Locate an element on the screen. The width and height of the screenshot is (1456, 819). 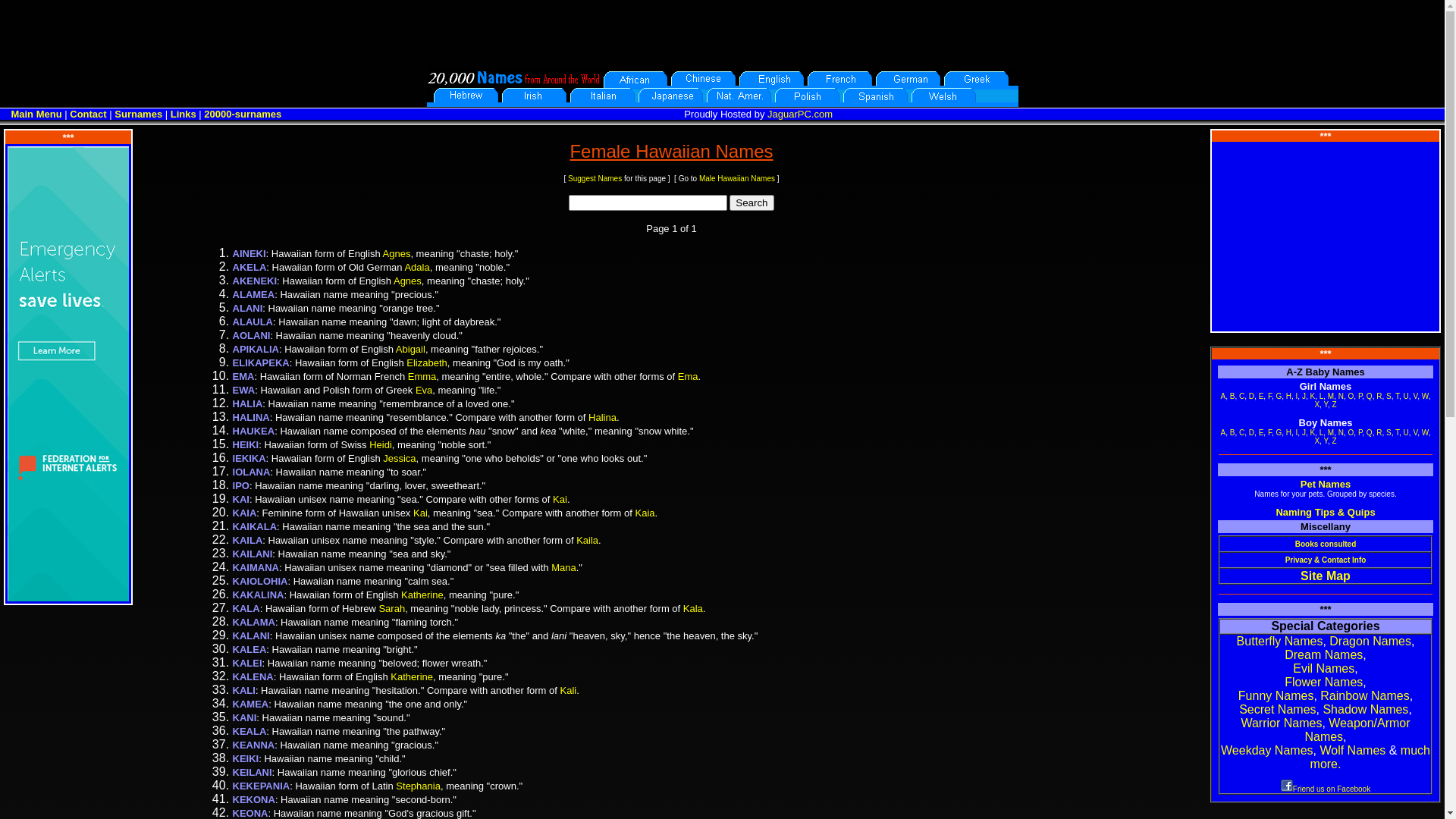
'Butterfly Names' is located at coordinates (1279, 641).